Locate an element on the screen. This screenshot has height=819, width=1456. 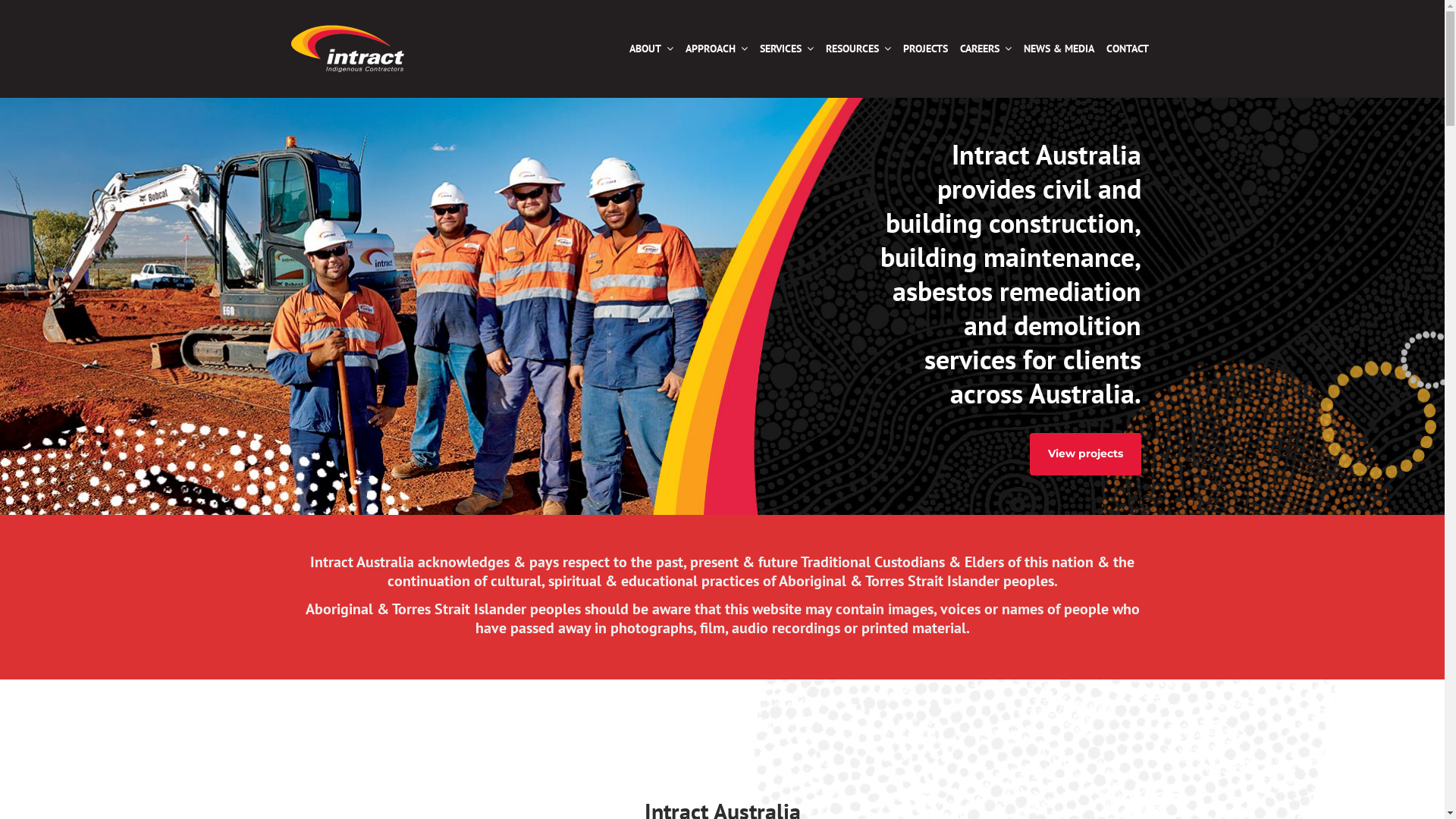
'RESOURCES' is located at coordinates (858, 48).